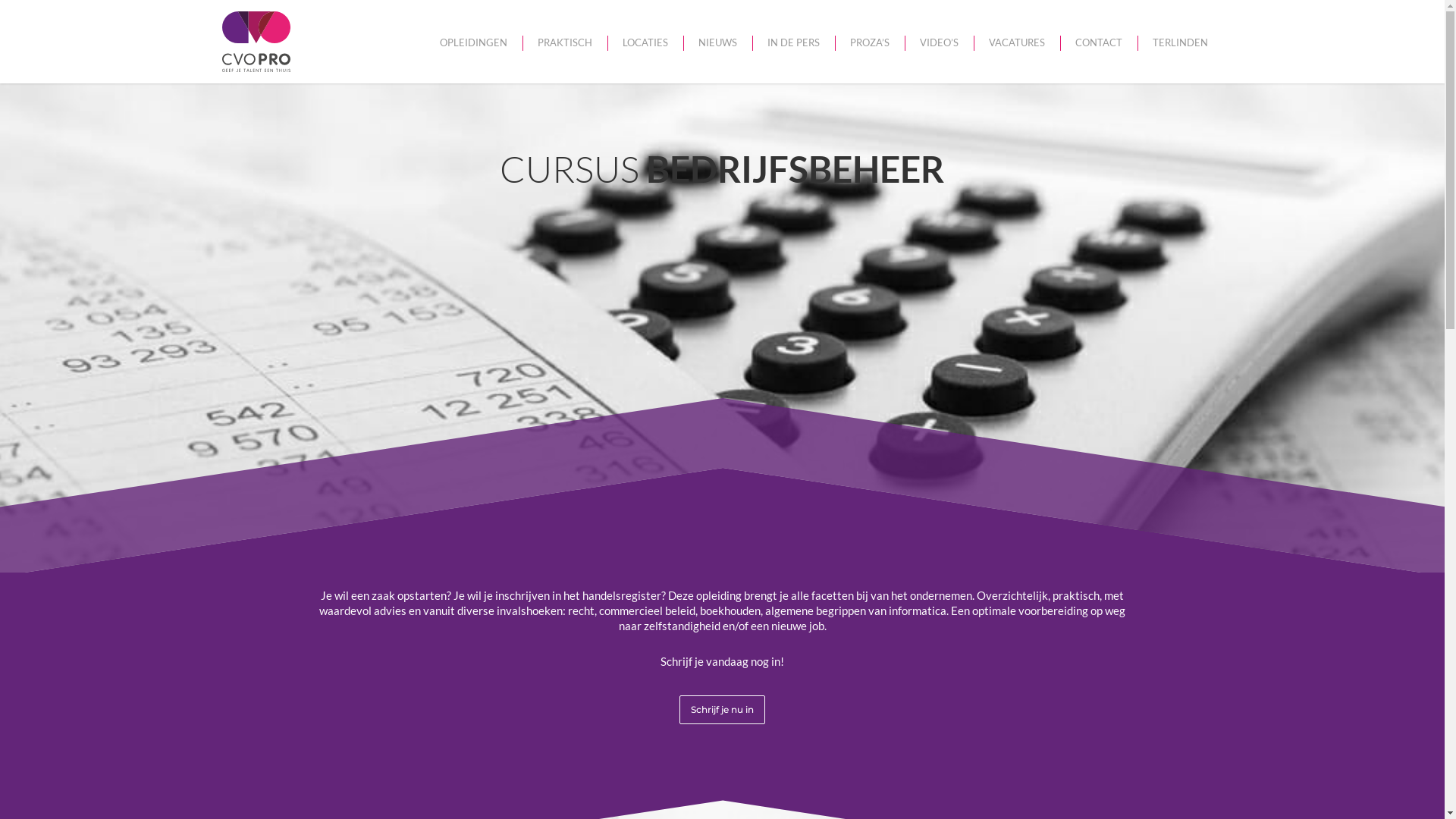 This screenshot has width=1456, height=819. I want to click on 'Schrijf je nu in', so click(721, 710).